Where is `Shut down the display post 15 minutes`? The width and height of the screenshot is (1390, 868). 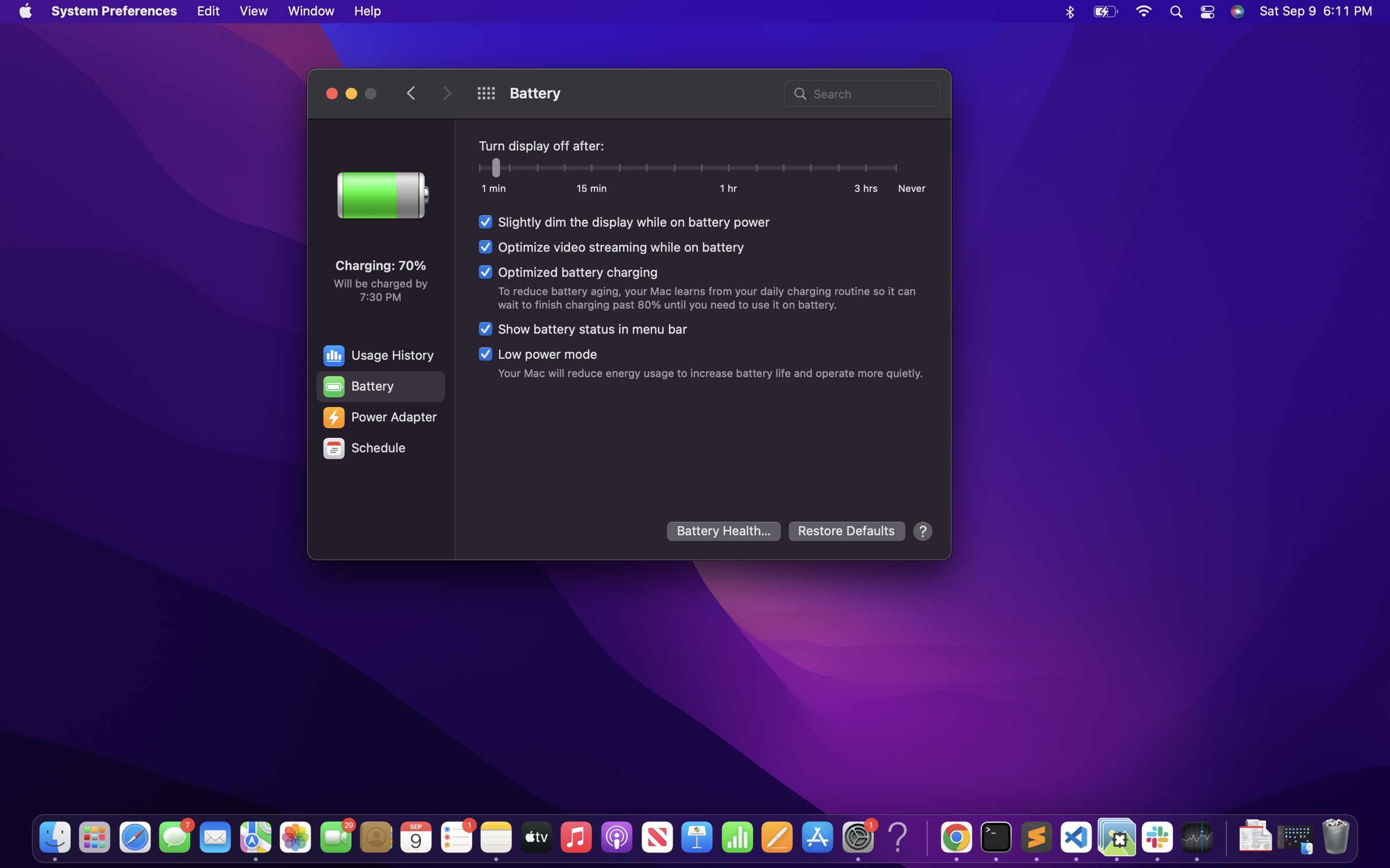
Shut down the display post 15 minutes is located at coordinates (592, 169).